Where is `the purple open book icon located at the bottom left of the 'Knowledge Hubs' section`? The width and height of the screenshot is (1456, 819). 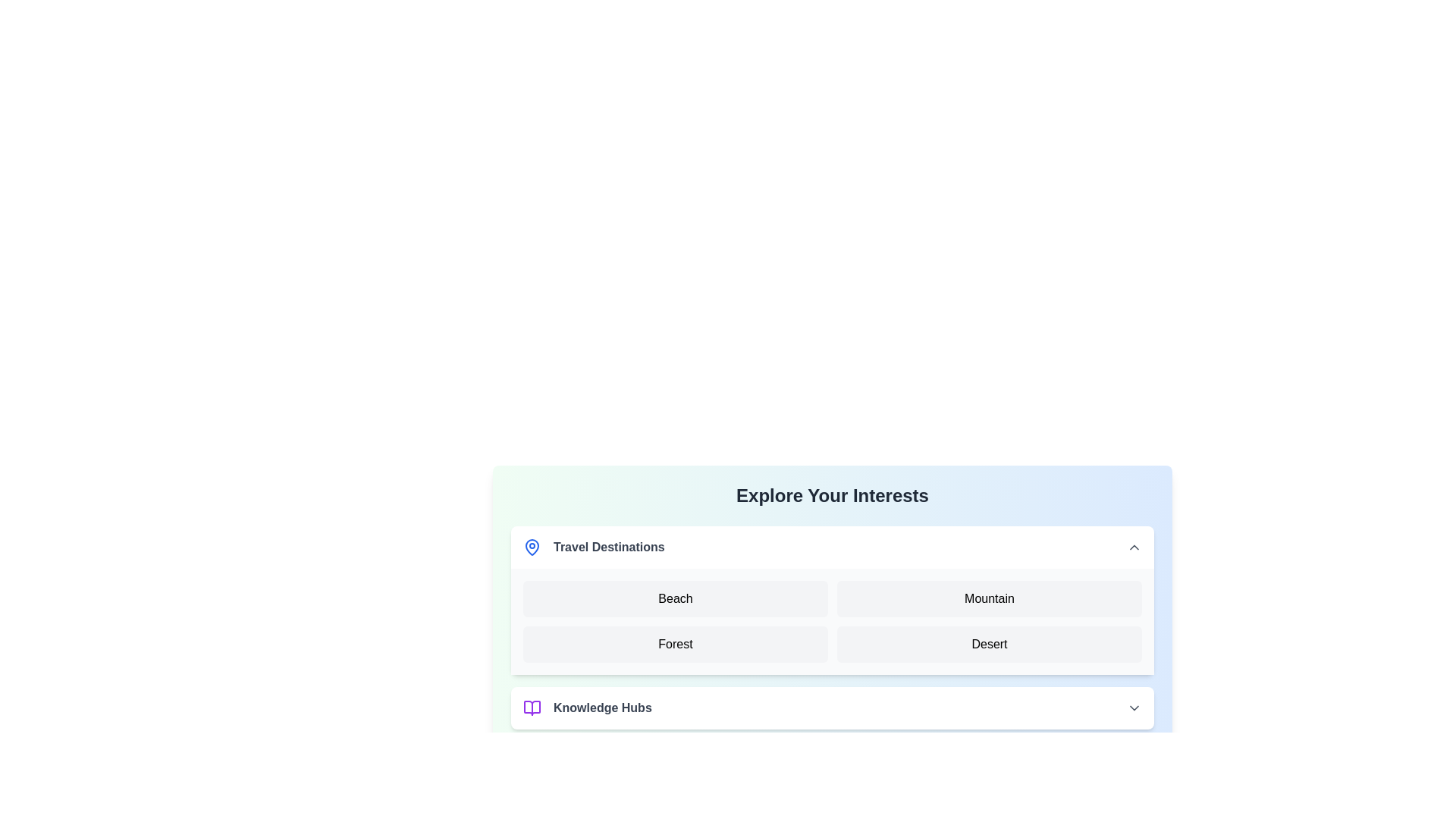
the purple open book icon located at the bottom left of the 'Knowledge Hubs' section is located at coordinates (532, 708).